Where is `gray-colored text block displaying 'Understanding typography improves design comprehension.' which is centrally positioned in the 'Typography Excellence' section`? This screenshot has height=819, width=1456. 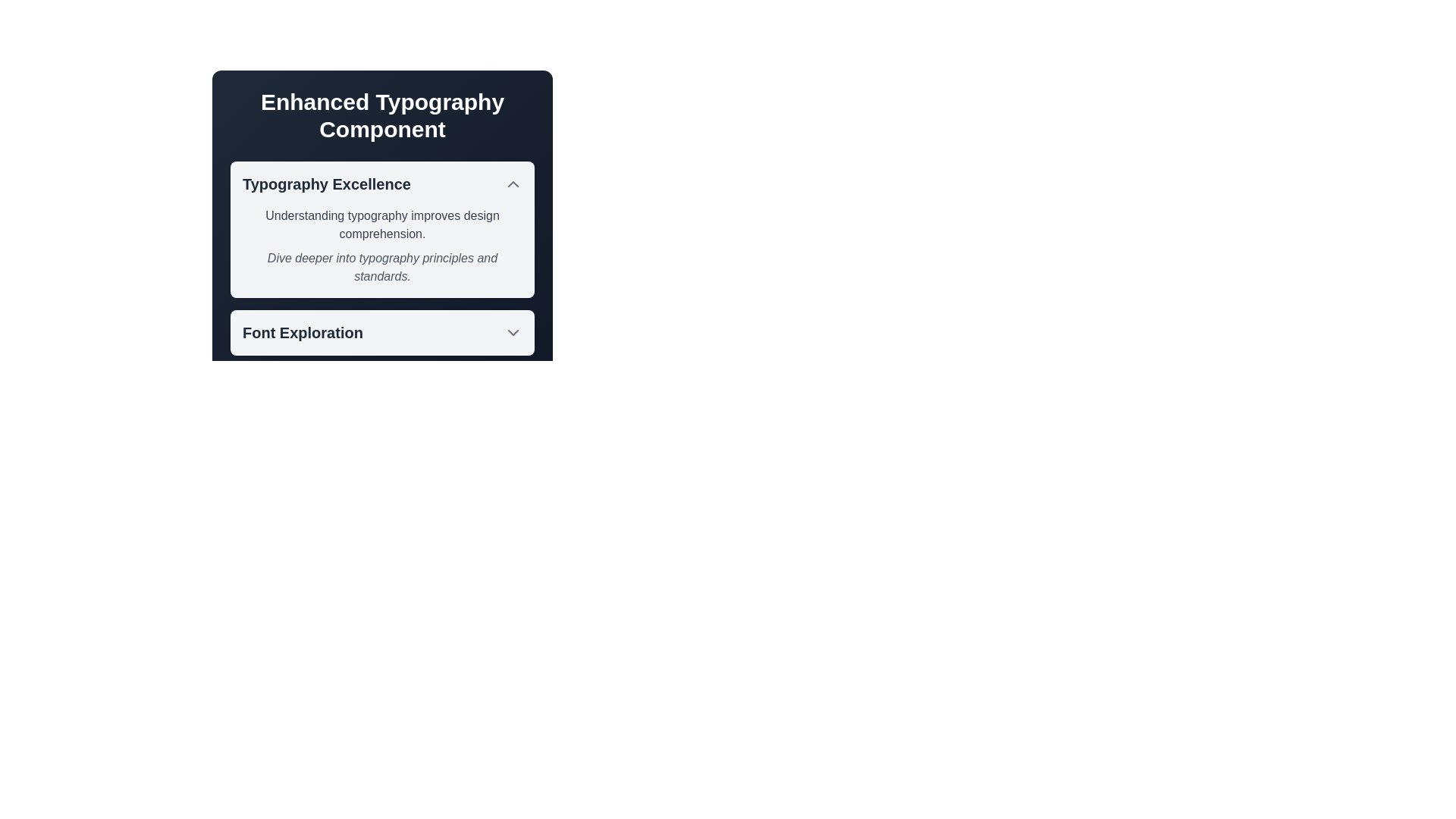 gray-colored text block displaying 'Understanding typography improves design comprehension.' which is centrally positioned in the 'Typography Excellence' section is located at coordinates (382, 225).